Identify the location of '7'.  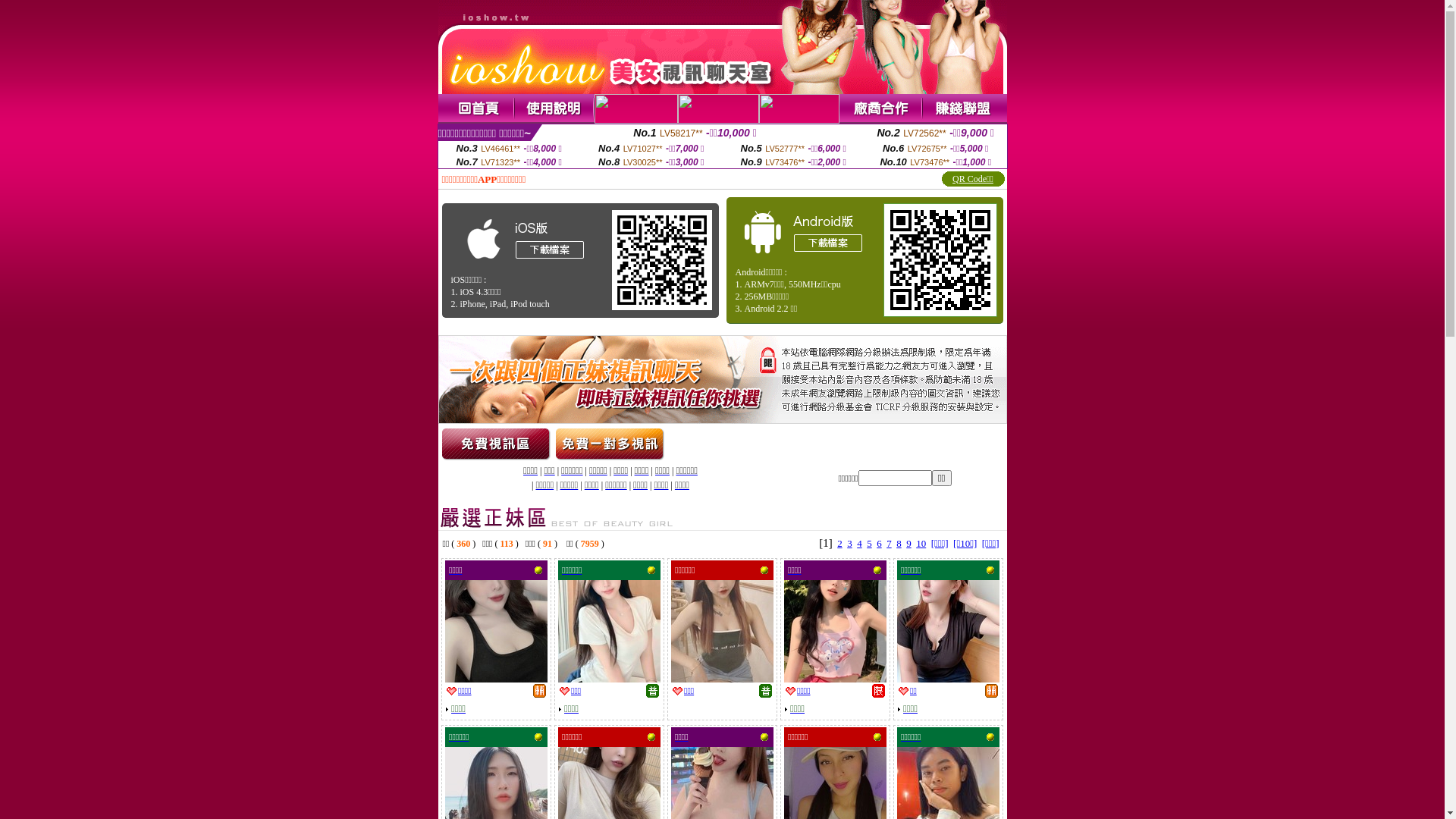
(889, 542).